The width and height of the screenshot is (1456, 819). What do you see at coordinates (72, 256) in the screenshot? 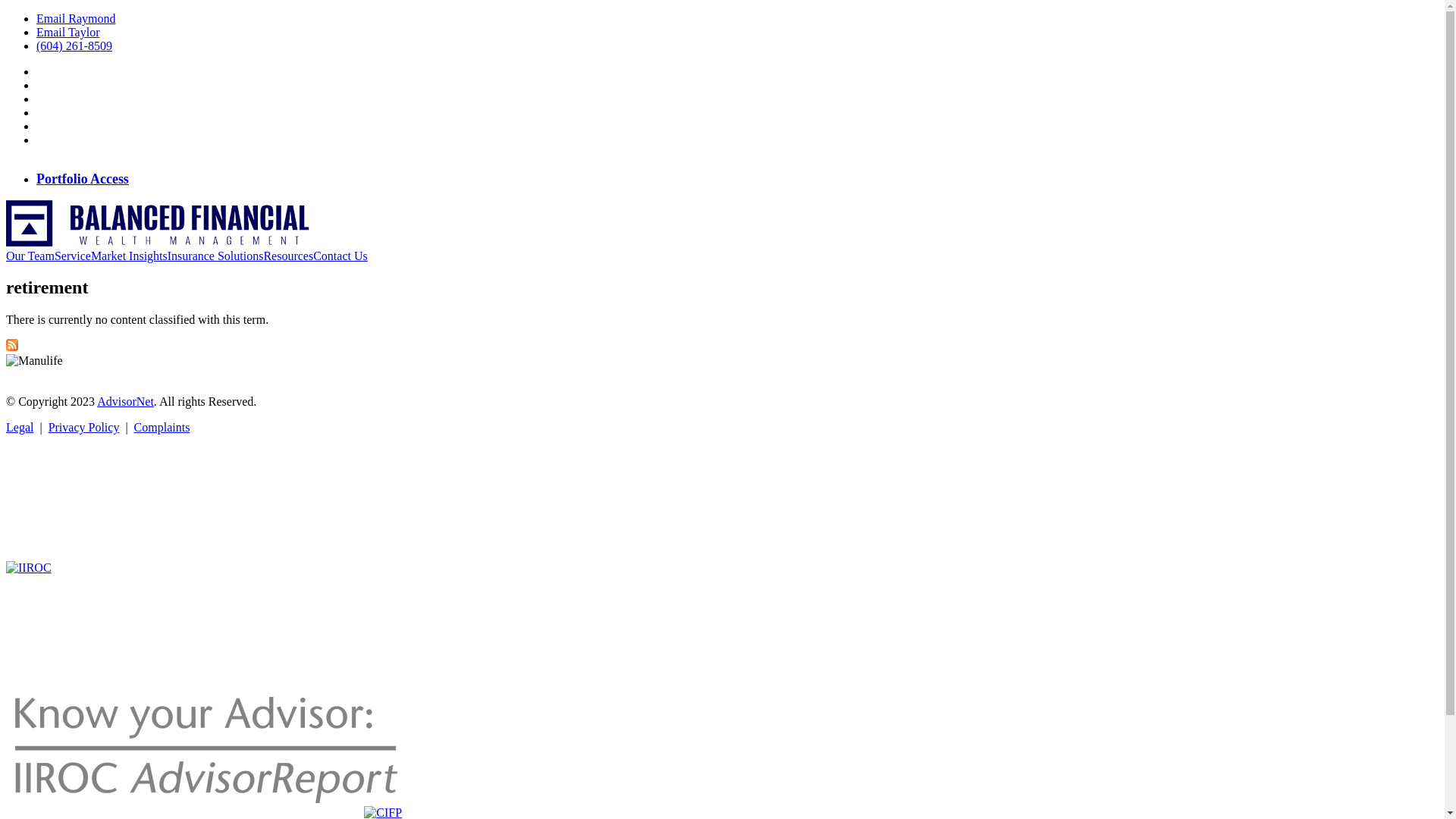
I see `'Service'` at bounding box center [72, 256].